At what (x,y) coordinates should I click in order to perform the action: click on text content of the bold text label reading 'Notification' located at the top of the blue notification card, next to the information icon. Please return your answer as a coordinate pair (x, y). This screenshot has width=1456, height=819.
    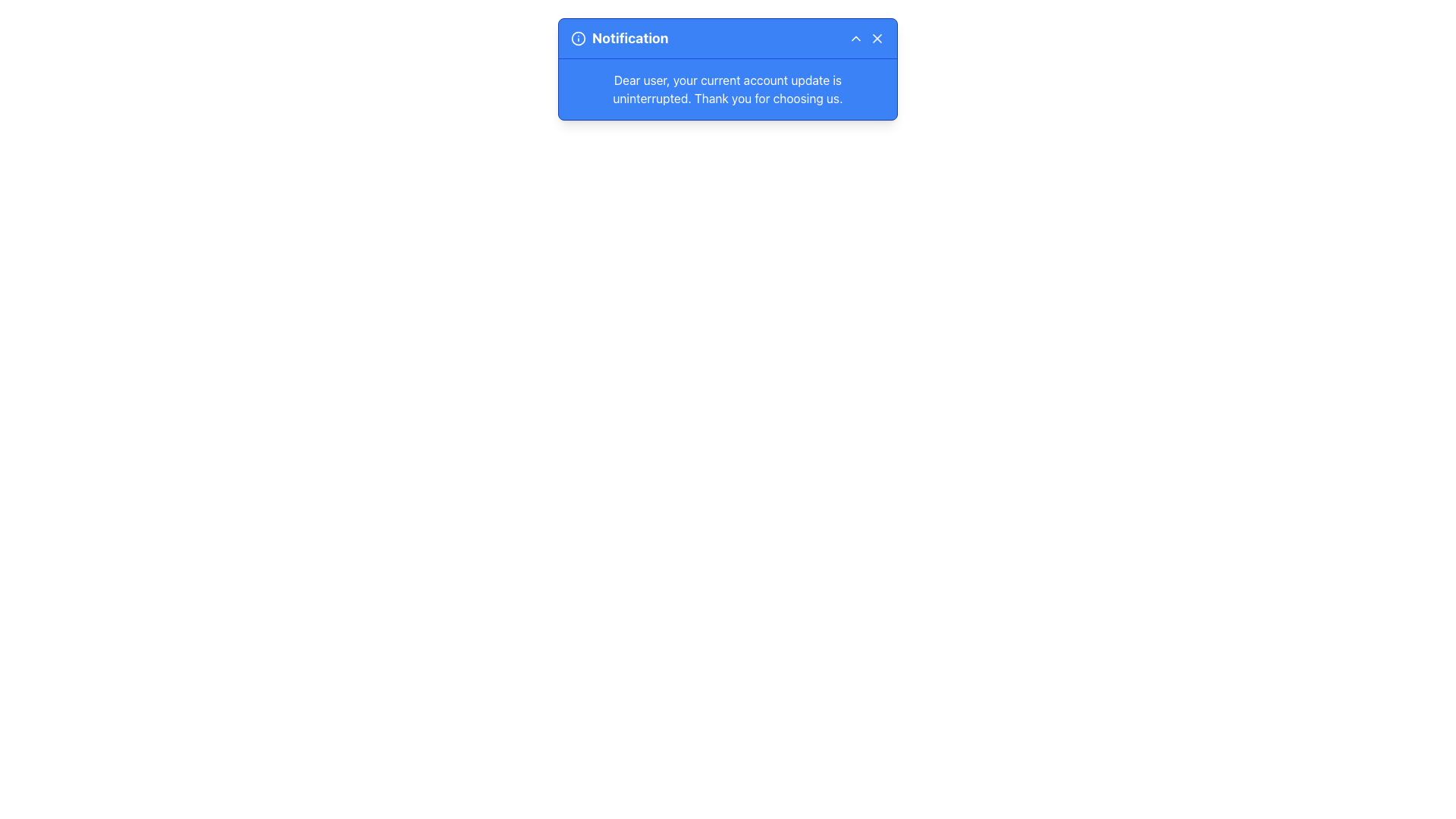
    Looking at the image, I should click on (630, 37).